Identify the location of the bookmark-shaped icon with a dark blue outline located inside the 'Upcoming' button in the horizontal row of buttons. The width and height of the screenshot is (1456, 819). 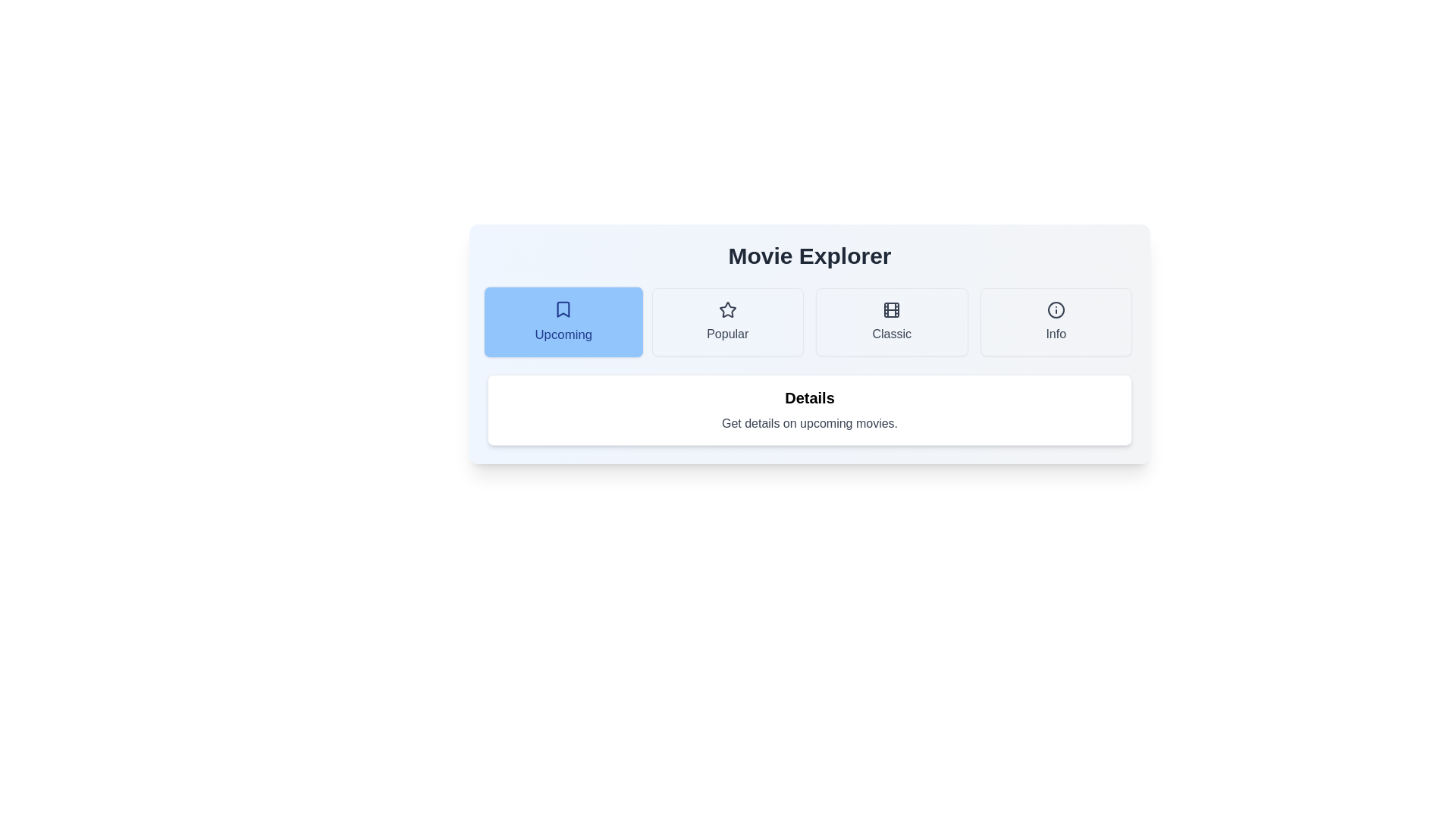
(563, 309).